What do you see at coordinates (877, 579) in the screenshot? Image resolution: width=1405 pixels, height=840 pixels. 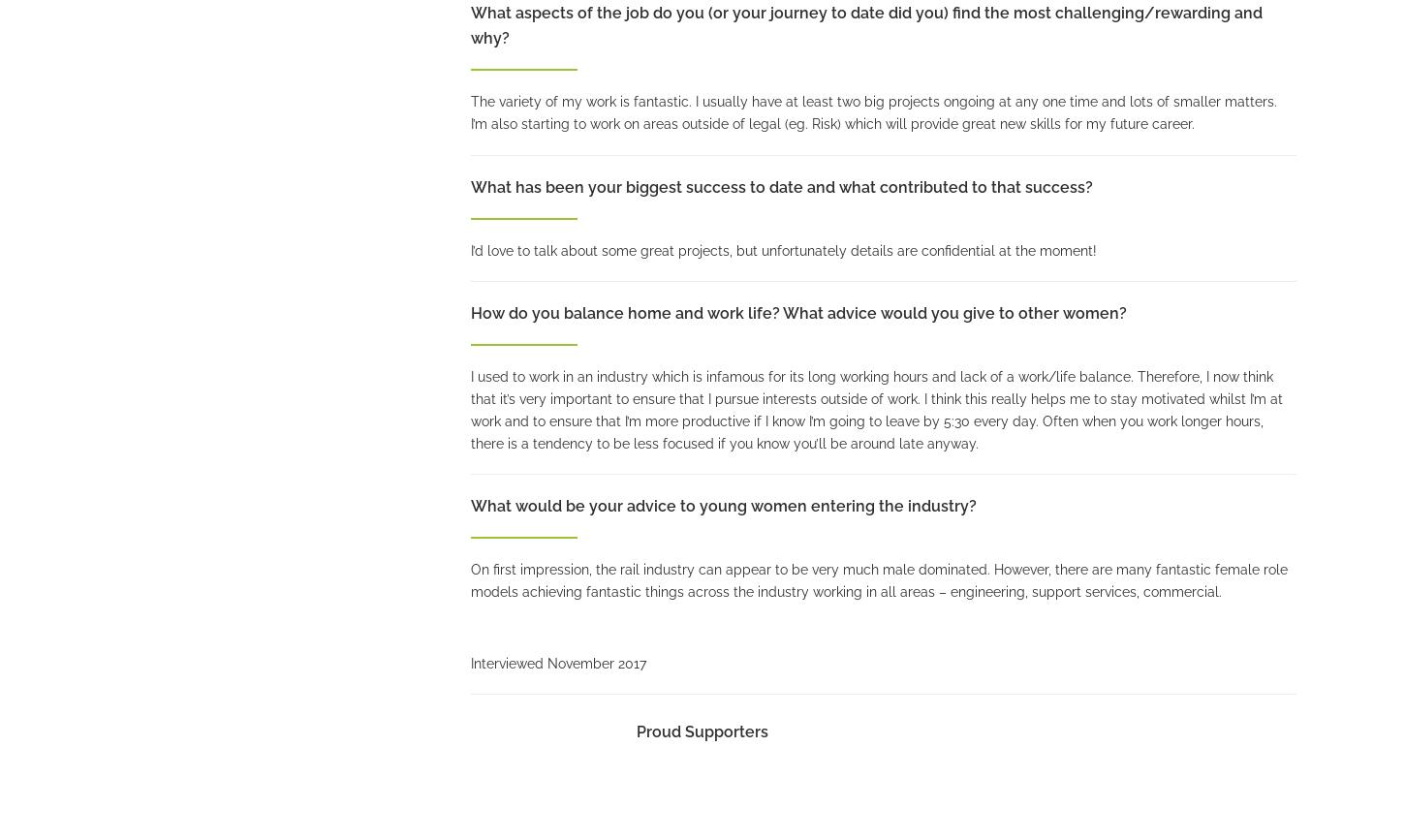 I see `'On first impression, the rail industry can appear to be very much male dominated. However, there are many fantastic female role models achieving fantastic things across the industry working in all areas – engineering, support services, commercial.'` at bounding box center [877, 579].